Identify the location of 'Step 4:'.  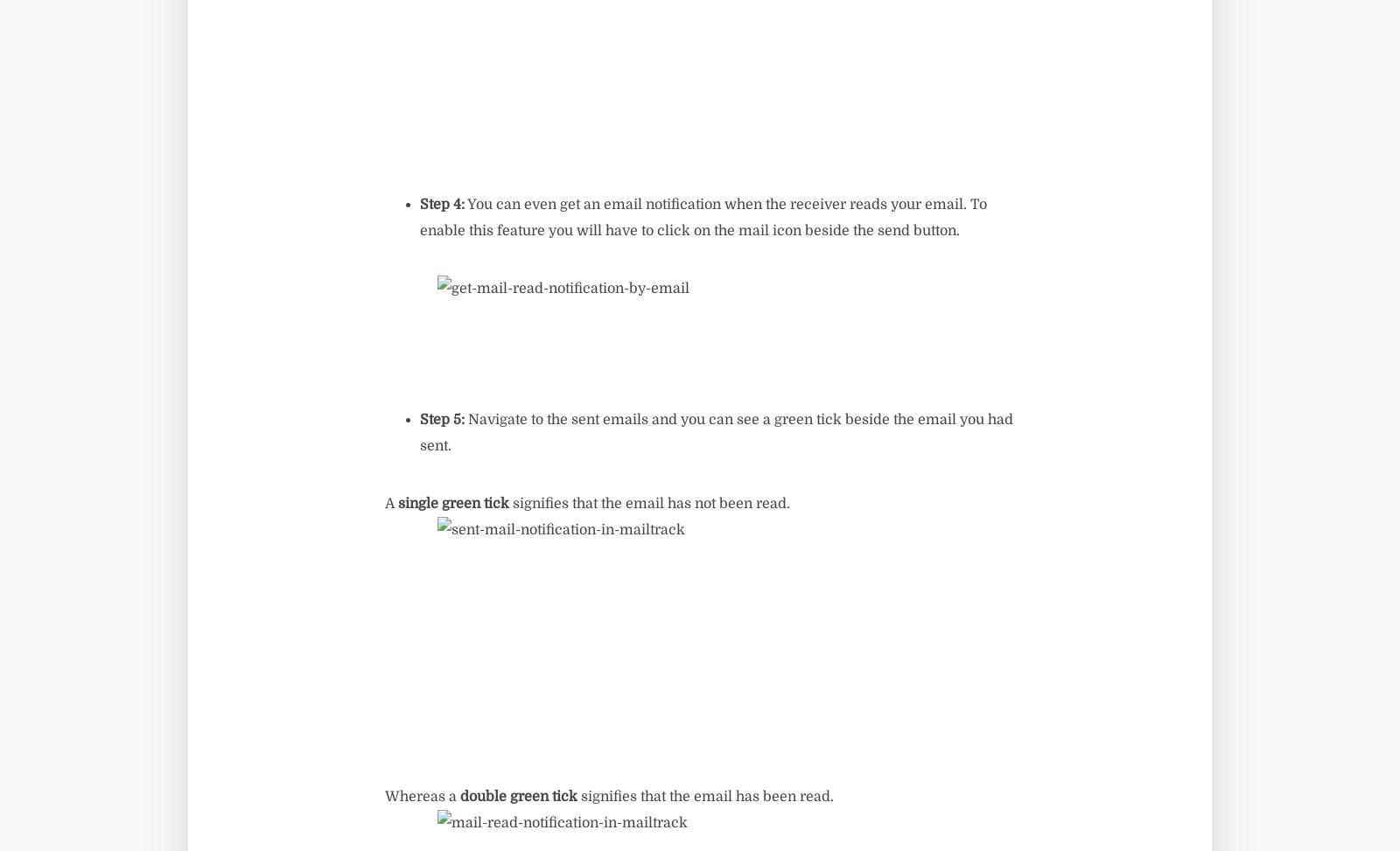
(441, 203).